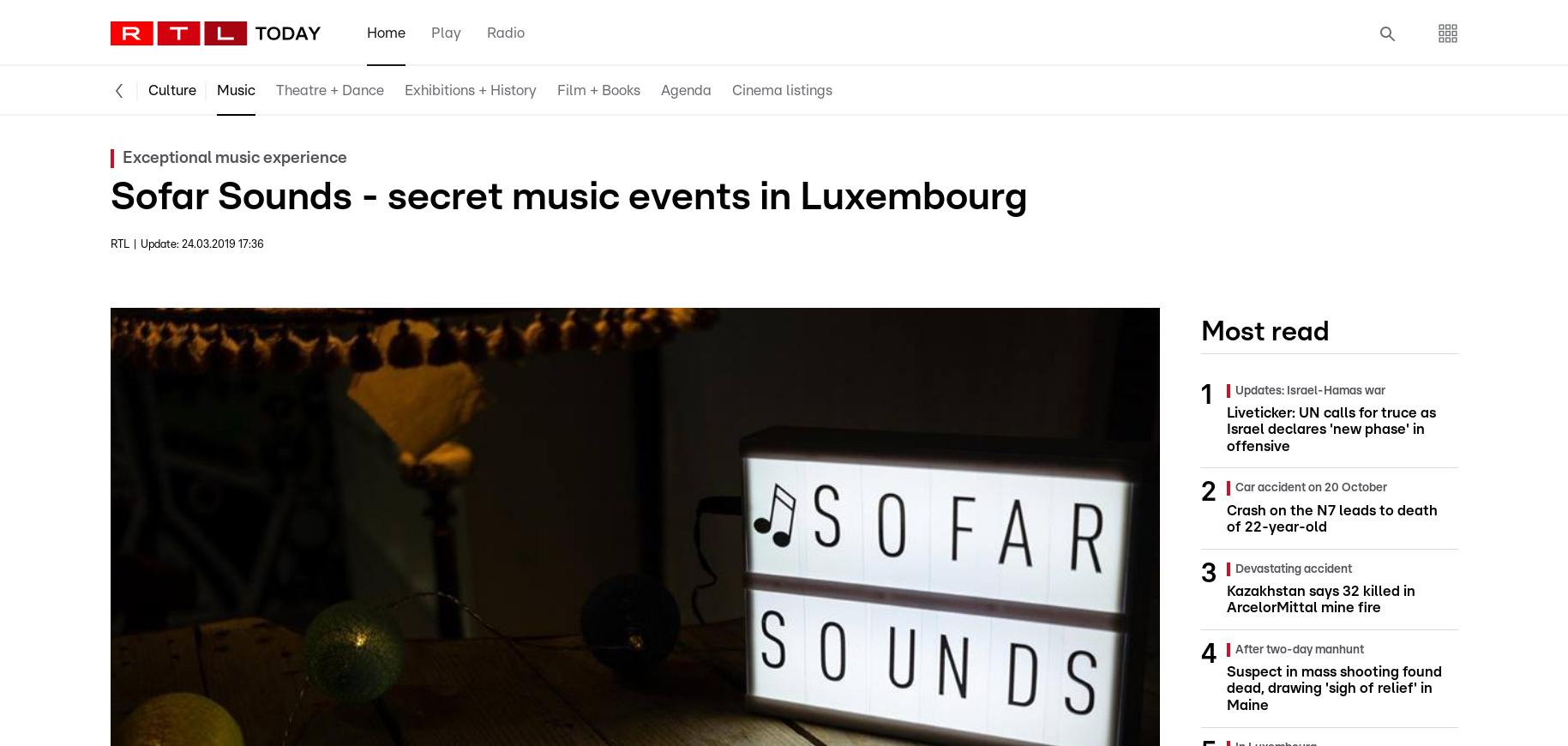 Image resolution: width=1568 pixels, height=746 pixels. What do you see at coordinates (1331, 517) in the screenshot?
I see `'Crash on the N7 leads to death of 22-year-old'` at bounding box center [1331, 517].